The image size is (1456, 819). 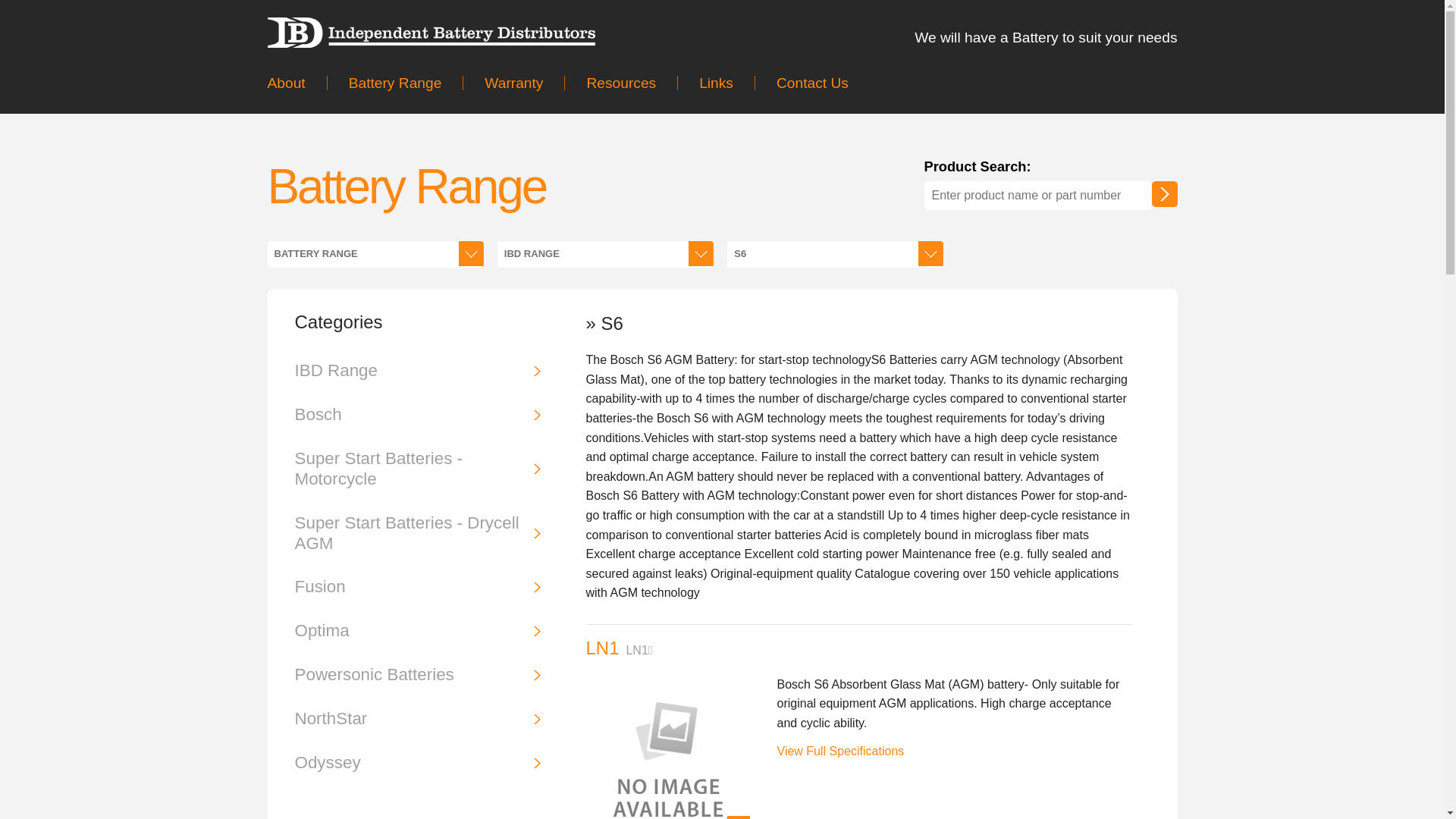 What do you see at coordinates (417, 674) in the screenshot?
I see `'Powersonic Batteries'` at bounding box center [417, 674].